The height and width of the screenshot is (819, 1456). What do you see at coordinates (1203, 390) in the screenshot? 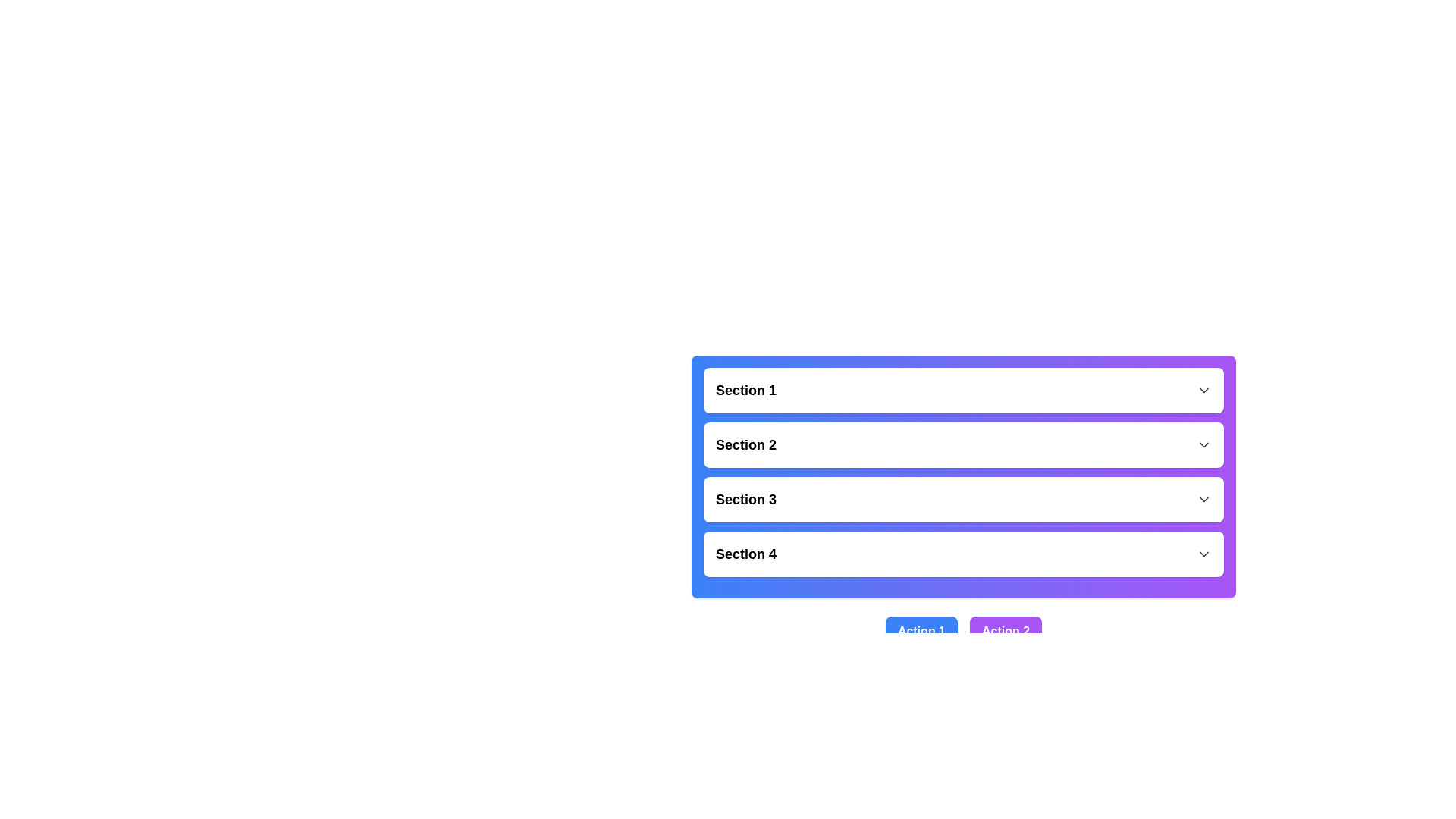
I see `the icon indicating the expandable or collapsible nature of Section 1` at bounding box center [1203, 390].